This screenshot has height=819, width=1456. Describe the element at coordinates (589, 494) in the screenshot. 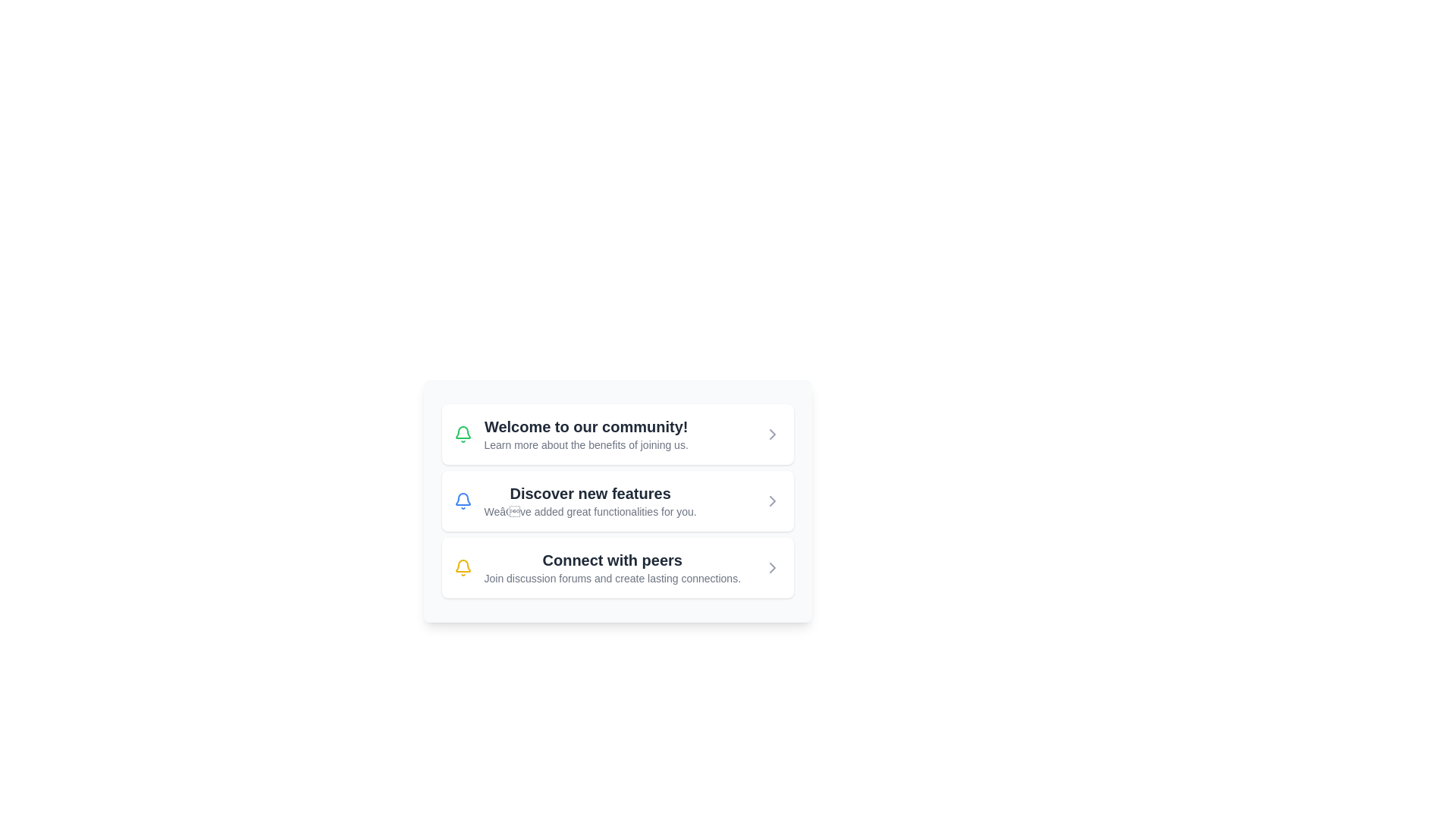

I see `the text label that says 'Discover new features', which is styled with a large font size and bold weight, located between 'Welcome to our community!' and 'Connect with peers'` at that location.